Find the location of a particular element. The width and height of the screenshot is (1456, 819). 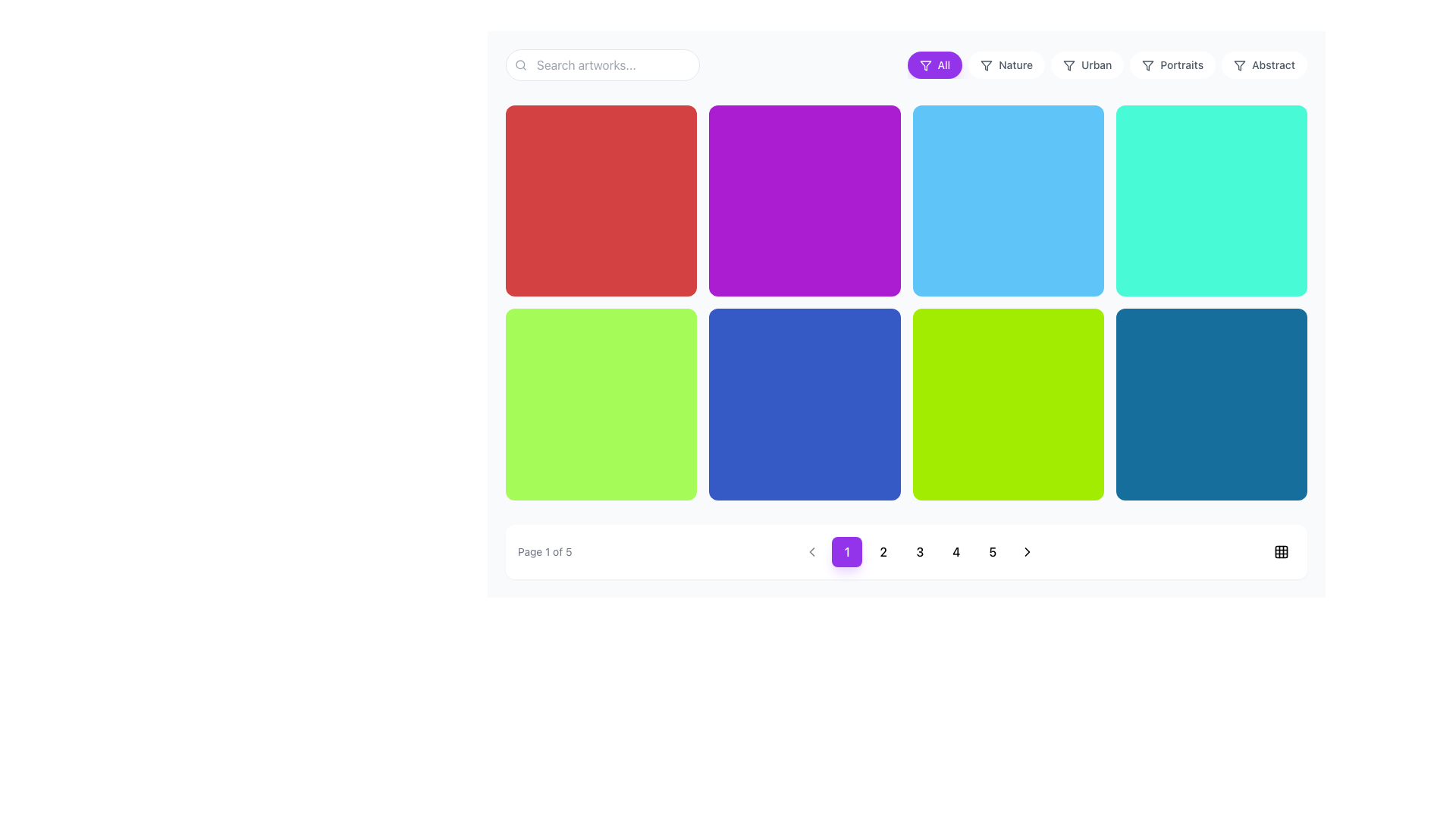

the circular button displaying the digit '5' is located at coordinates (993, 551).